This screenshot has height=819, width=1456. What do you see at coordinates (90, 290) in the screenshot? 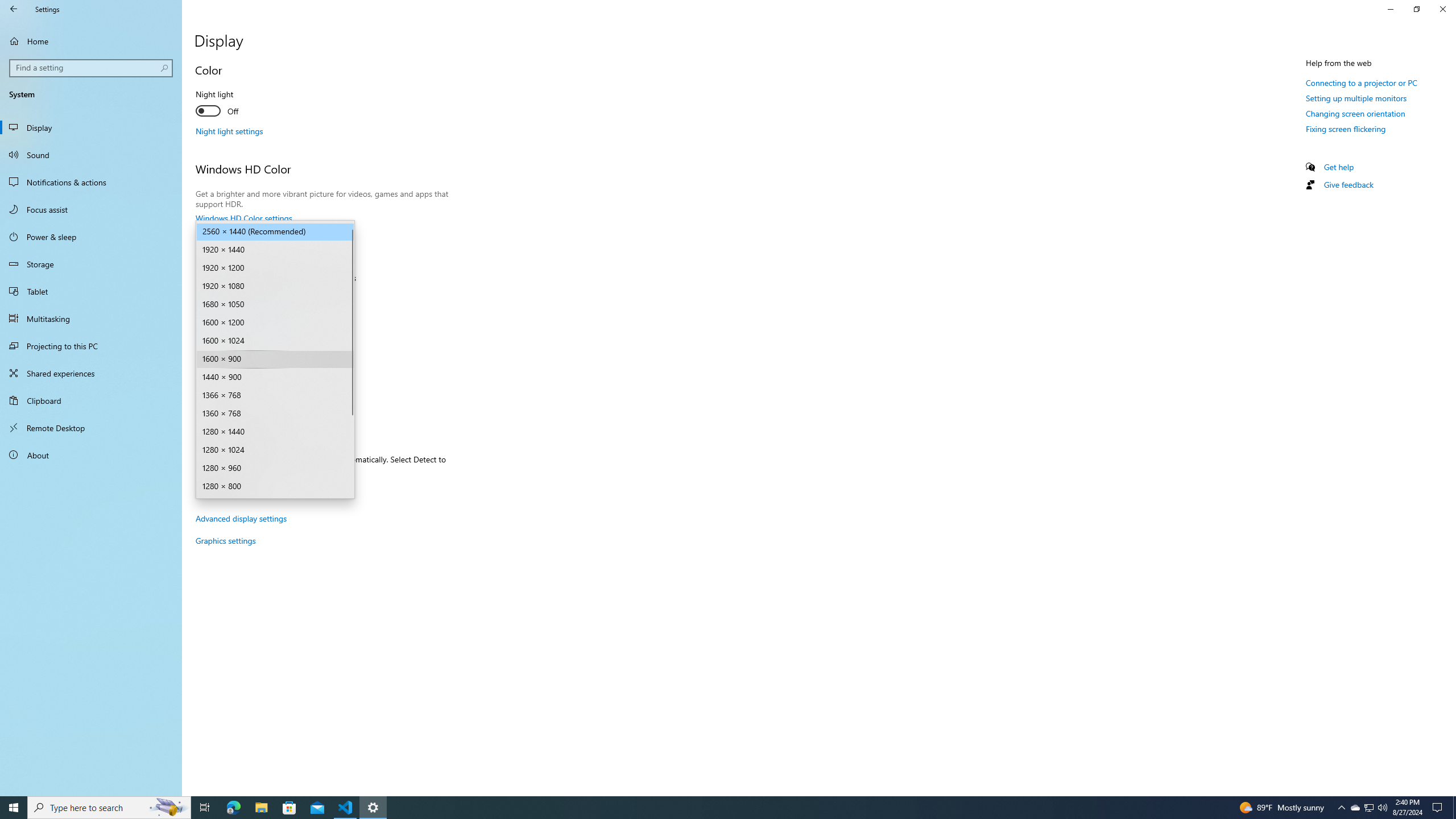
I see `'Tablet'` at bounding box center [90, 290].